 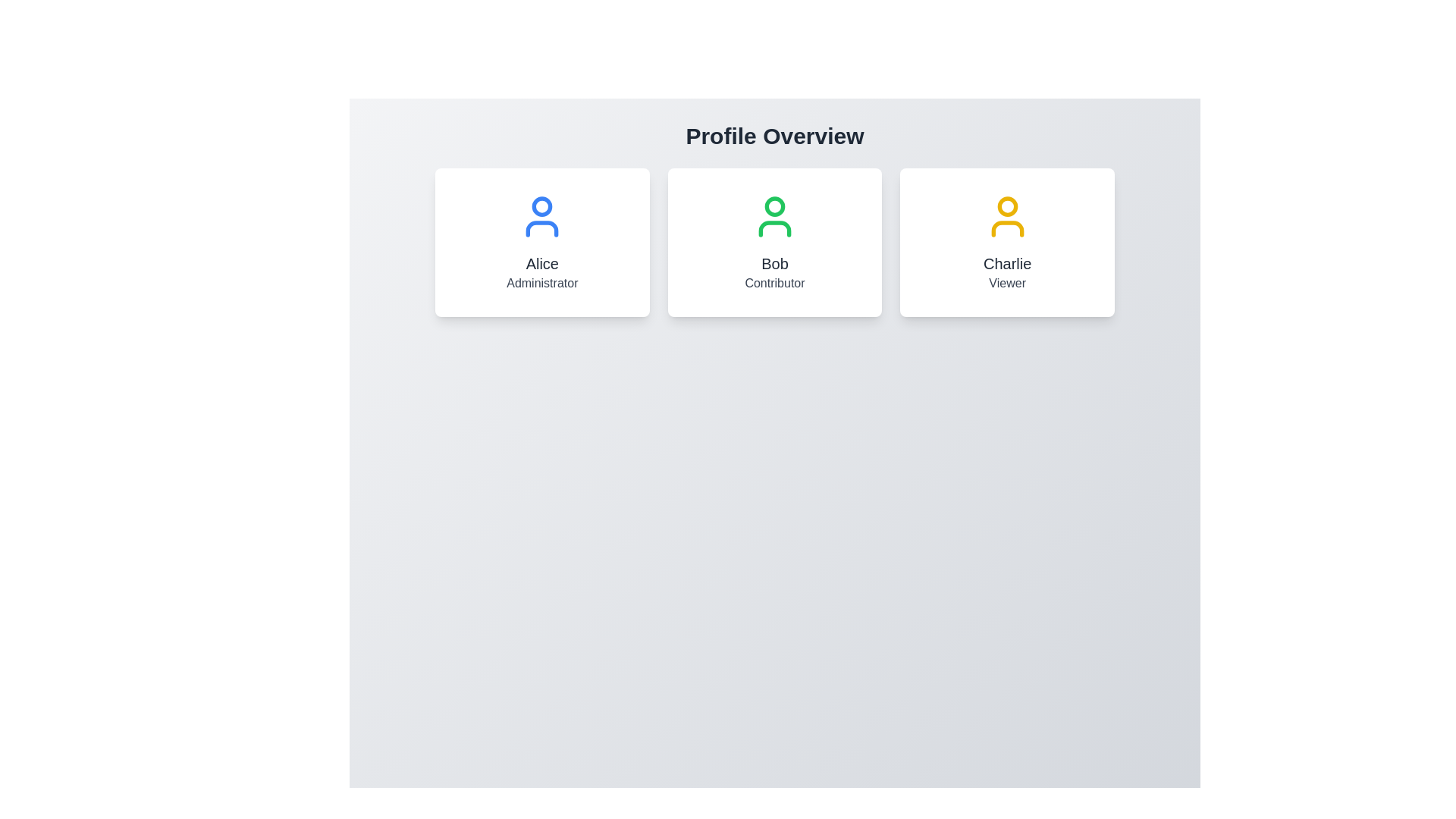 I want to click on text displayed in the 'Viewer' label located at the bottom of Charlie's profile card, which is part of a horizontally aligned grid of profile cards, so click(x=1007, y=284).